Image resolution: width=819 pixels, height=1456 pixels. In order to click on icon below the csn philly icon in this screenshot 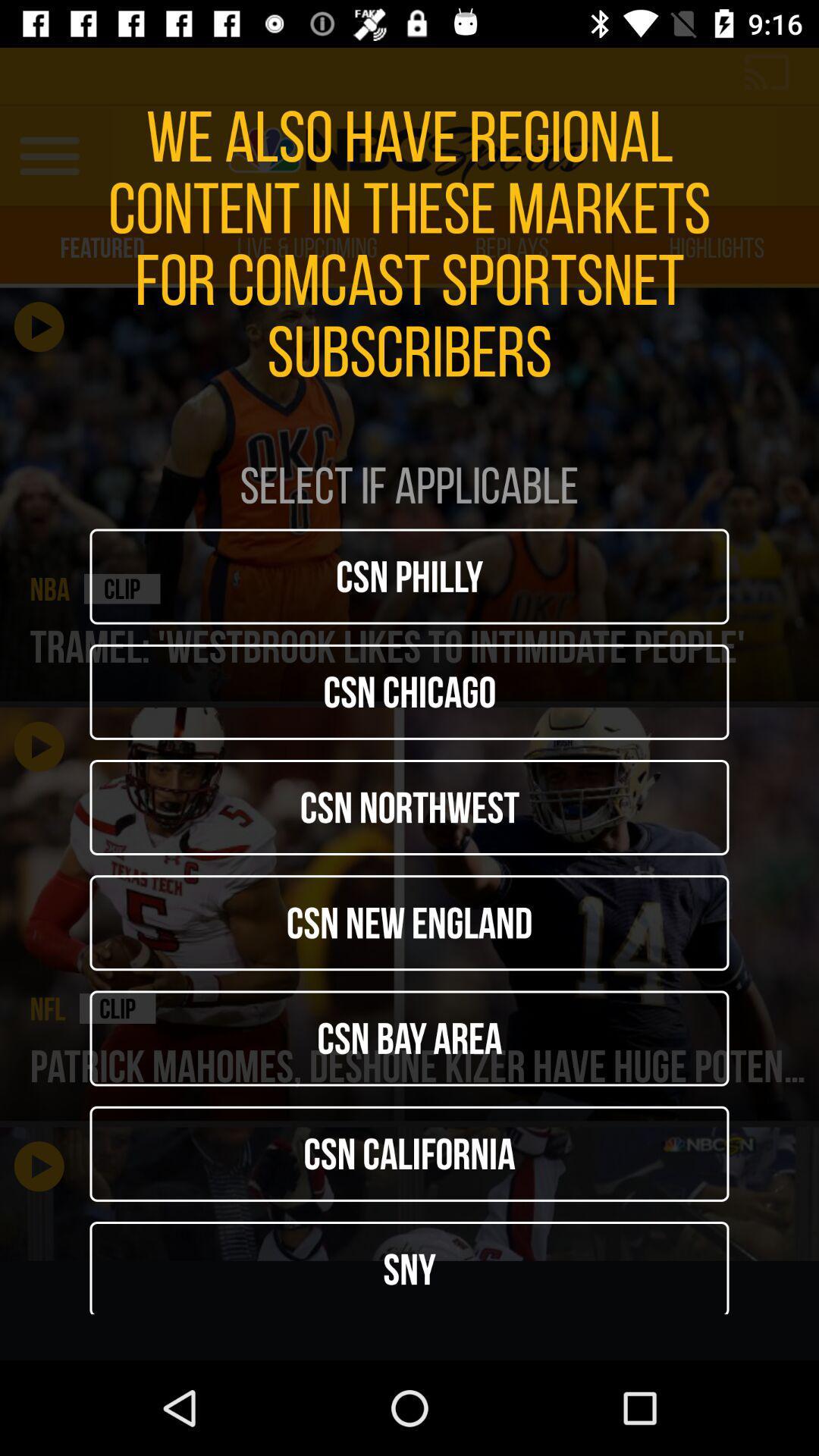, I will do `click(409, 691)`.